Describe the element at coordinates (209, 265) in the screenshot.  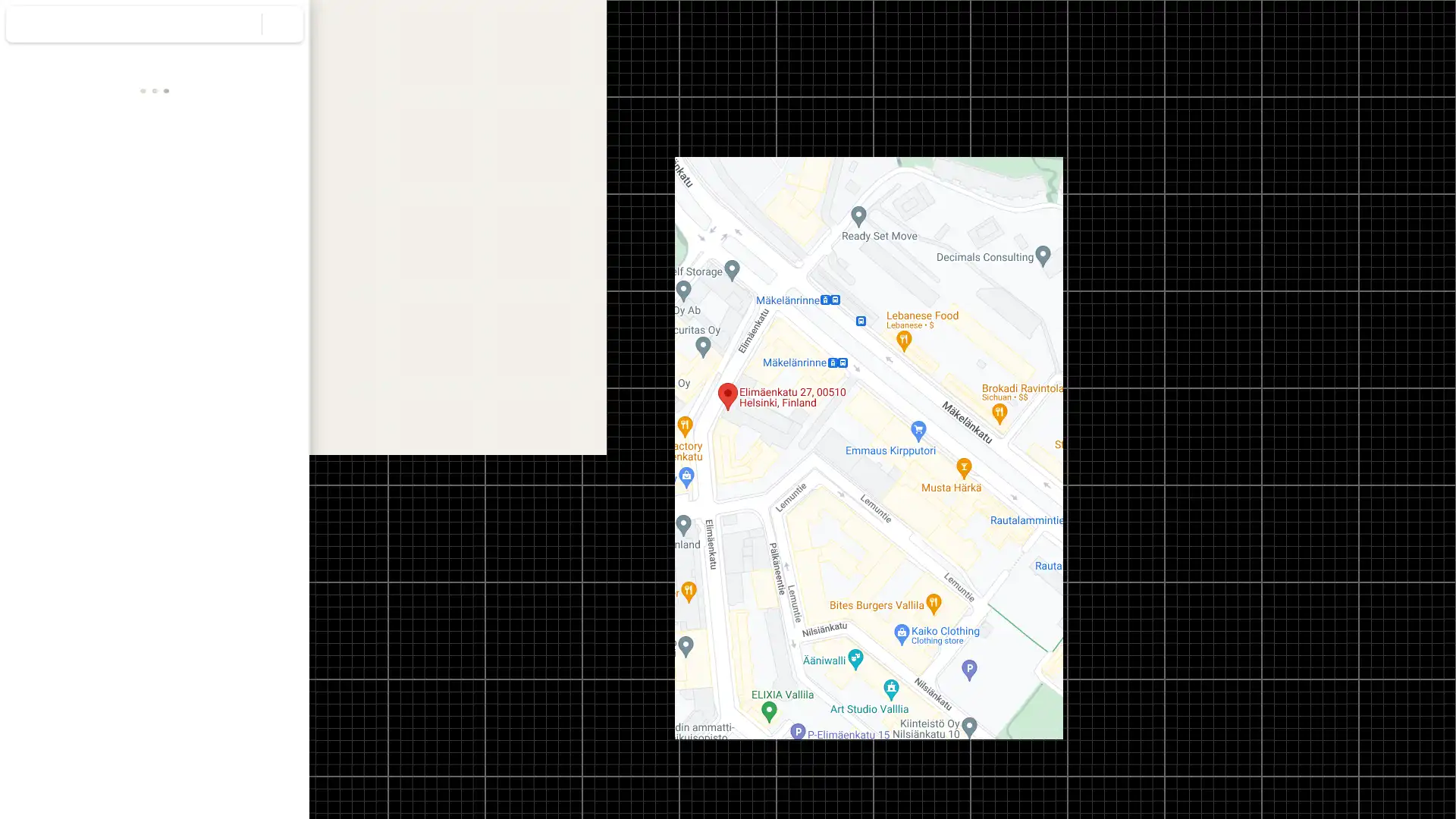
I see `Send Elimaenkatu 27 to your phone` at that location.